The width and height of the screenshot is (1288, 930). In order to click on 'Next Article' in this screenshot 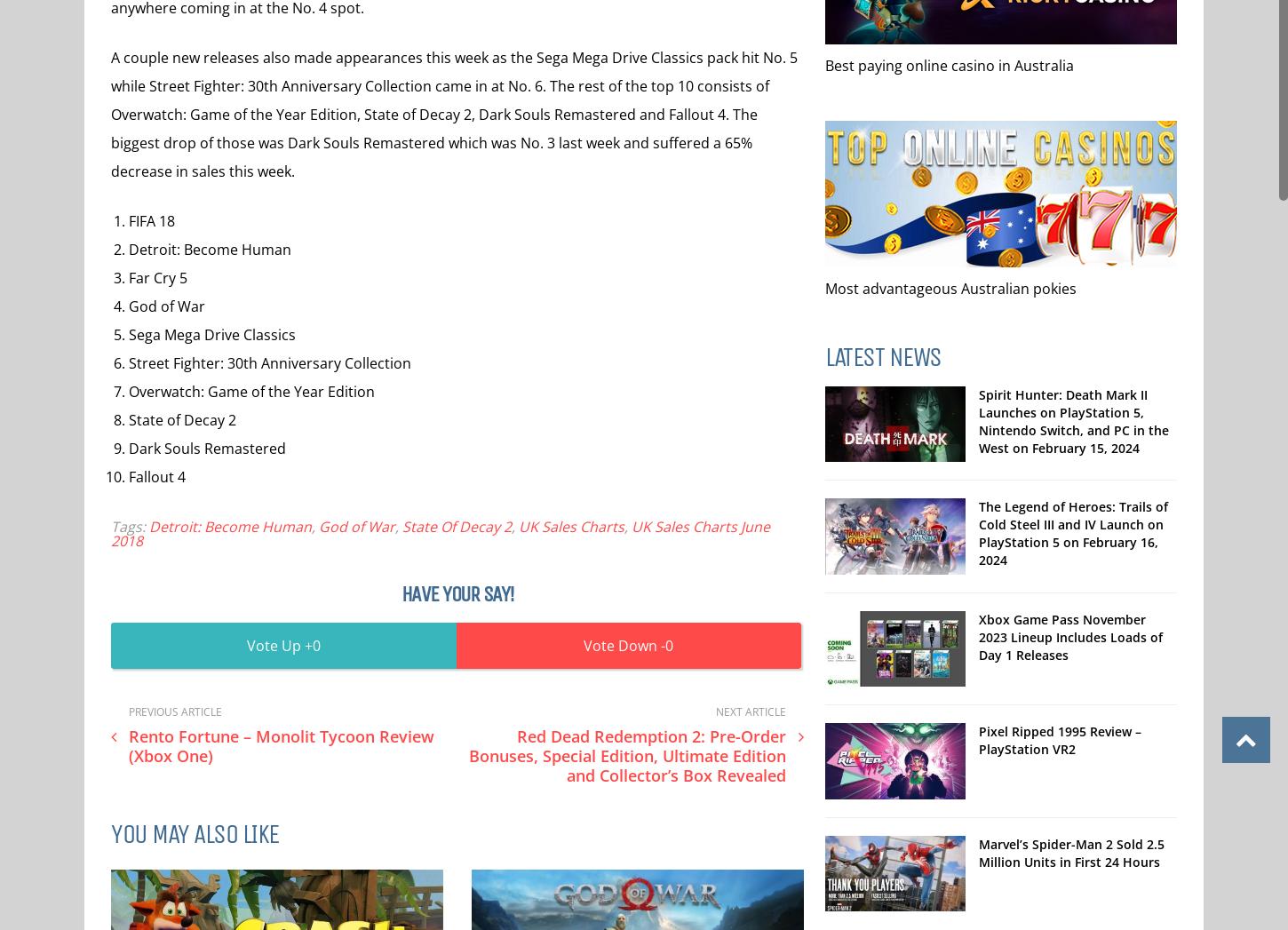, I will do `click(751, 711)`.